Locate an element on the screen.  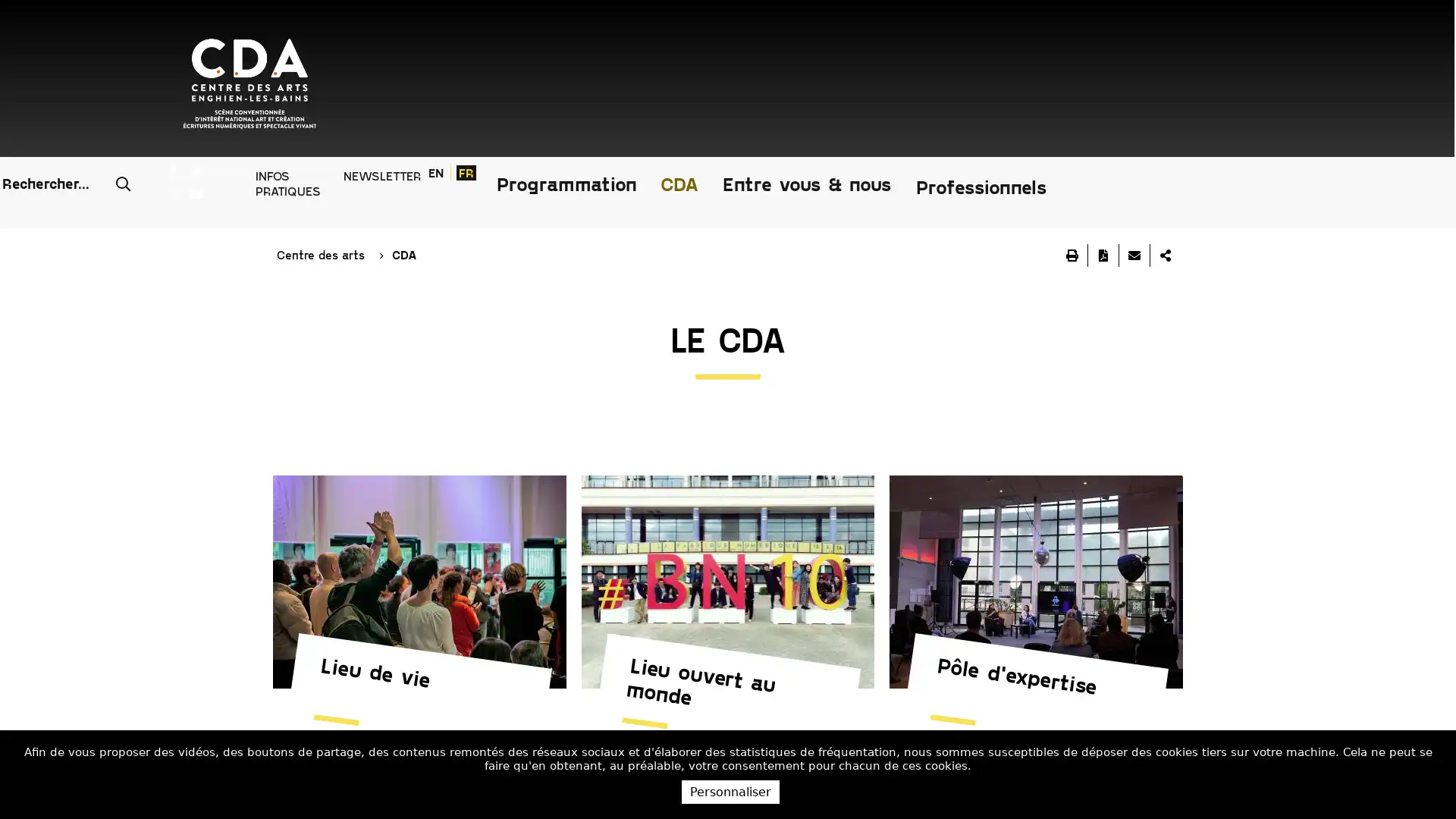
Partager cette page is located at coordinates (1164, 149).